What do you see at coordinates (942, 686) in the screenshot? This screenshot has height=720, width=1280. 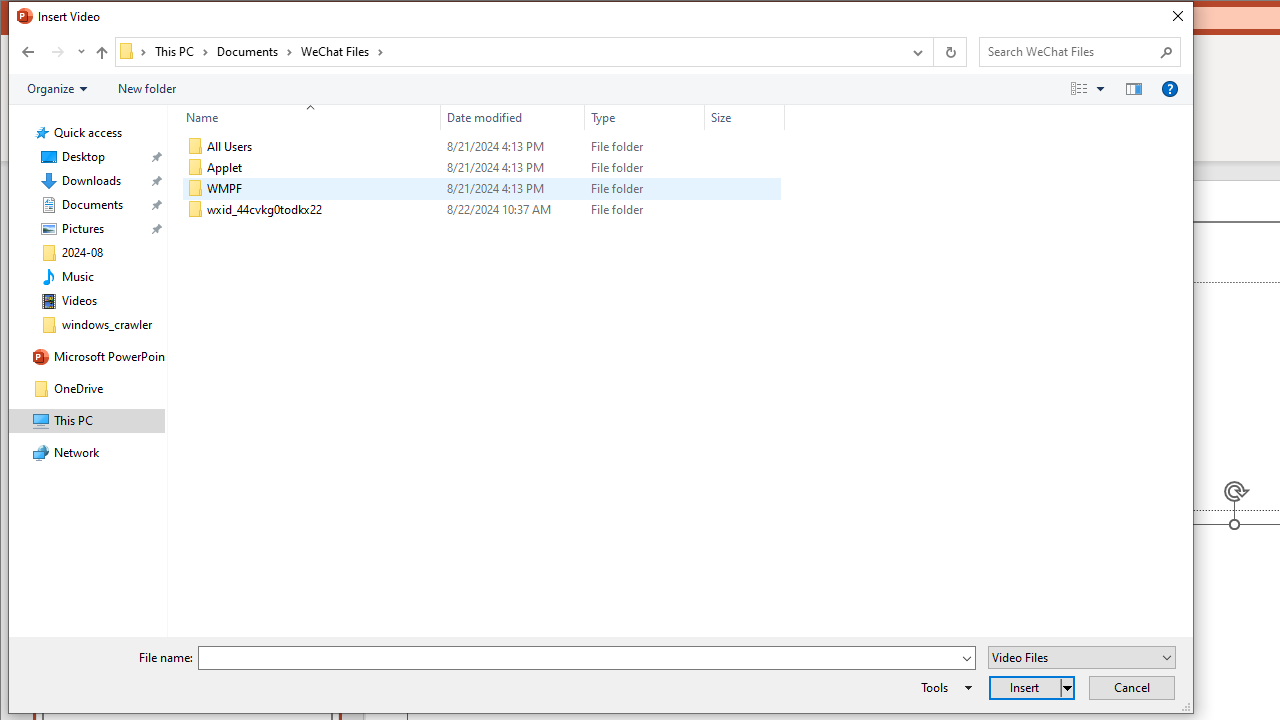 I see `'Tools'` at bounding box center [942, 686].